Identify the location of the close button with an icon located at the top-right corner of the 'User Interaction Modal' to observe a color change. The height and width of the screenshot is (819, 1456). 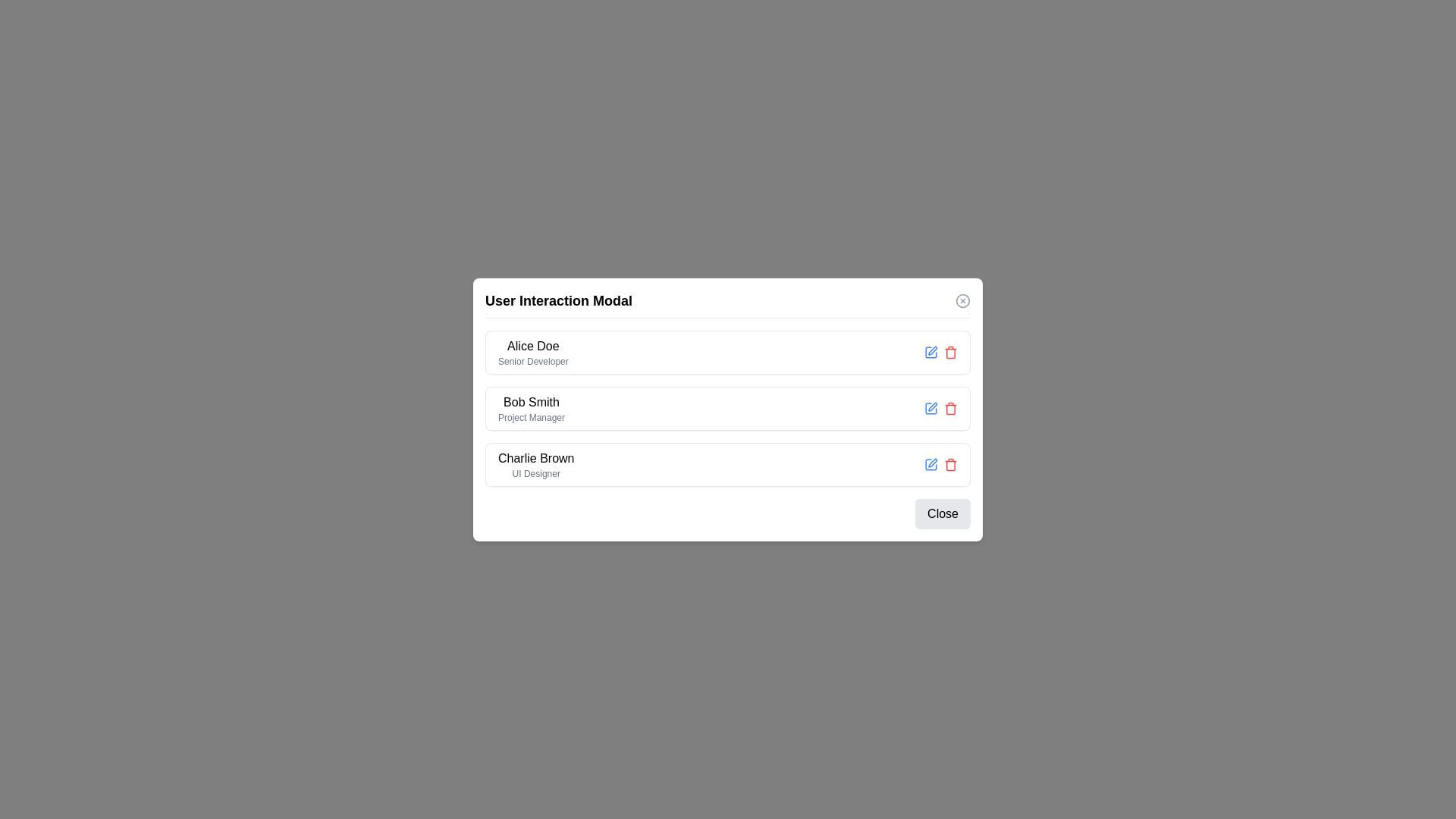
(962, 300).